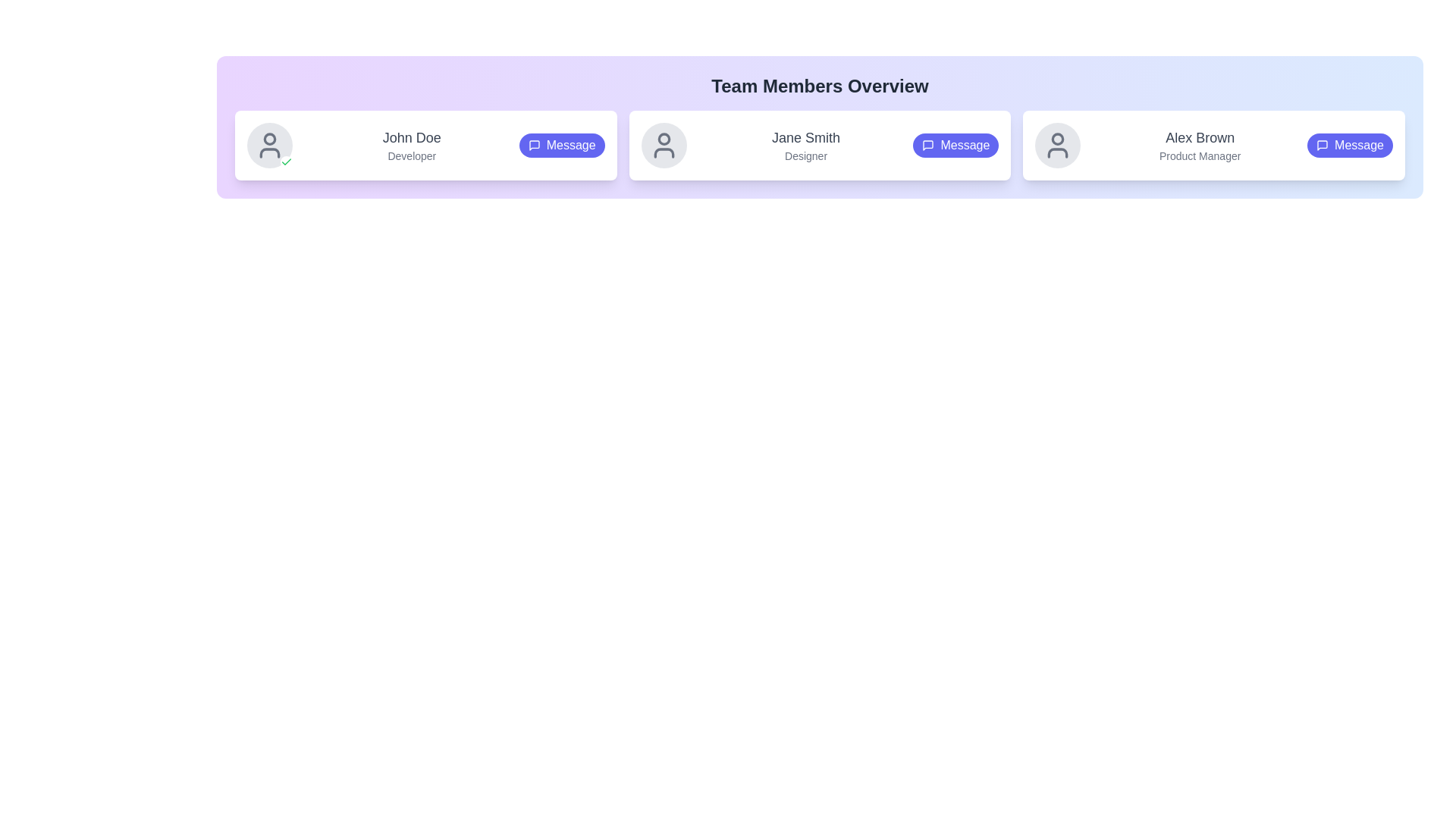 This screenshot has width=1456, height=819. Describe the element at coordinates (534, 146) in the screenshot. I see `the SVG icon associated with the 'Message' label in the first user card for 'John Doe'` at that location.